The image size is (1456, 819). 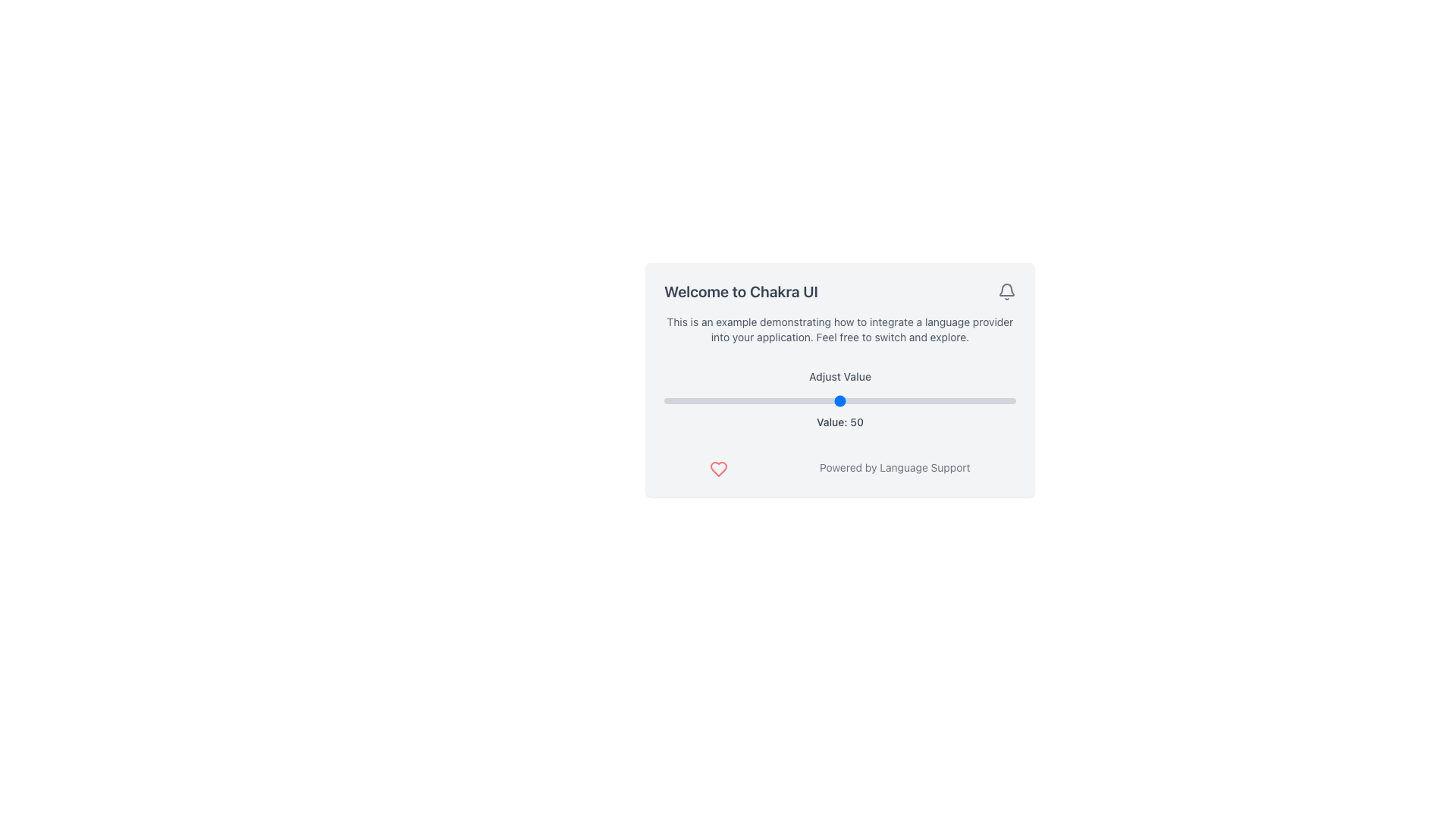 What do you see at coordinates (959, 400) in the screenshot?
I see `the slider value` at bounding box center [959, 400].